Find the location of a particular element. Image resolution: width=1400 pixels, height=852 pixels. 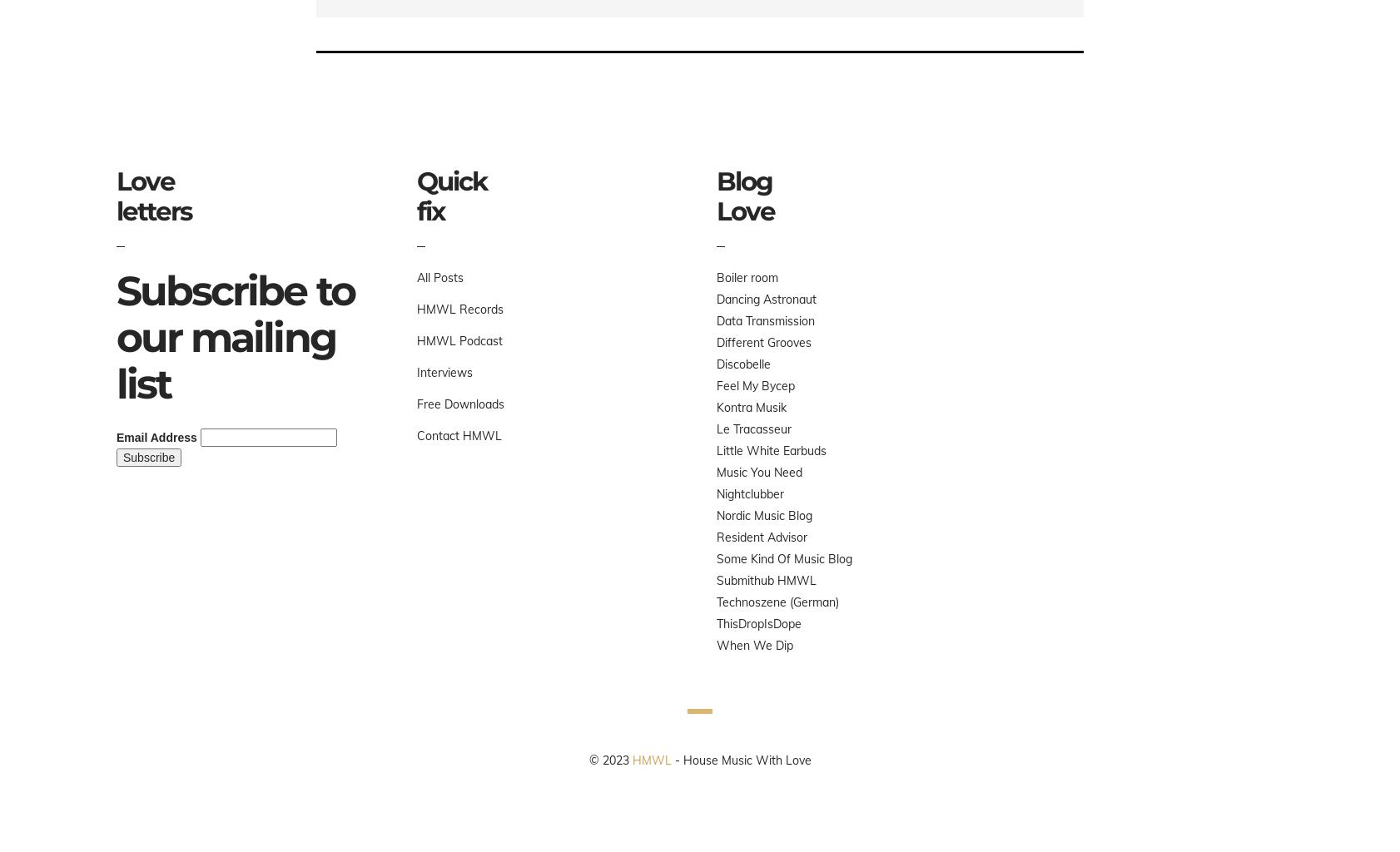

'All Posts' is located at coordinates (439, 277).